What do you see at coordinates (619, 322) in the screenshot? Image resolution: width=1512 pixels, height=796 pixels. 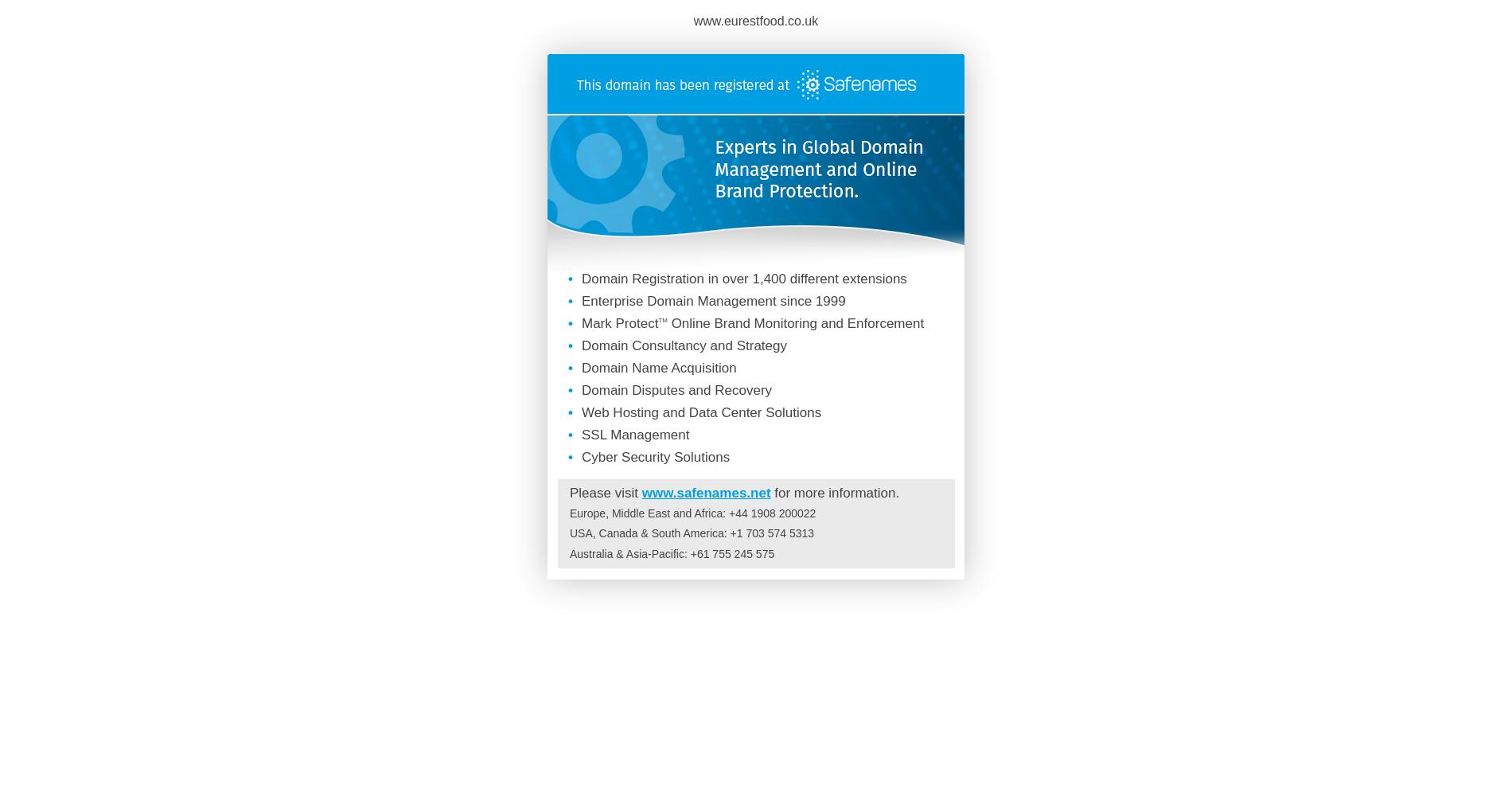 I see `'Mark Protect'` at bounding box center [619, 322].